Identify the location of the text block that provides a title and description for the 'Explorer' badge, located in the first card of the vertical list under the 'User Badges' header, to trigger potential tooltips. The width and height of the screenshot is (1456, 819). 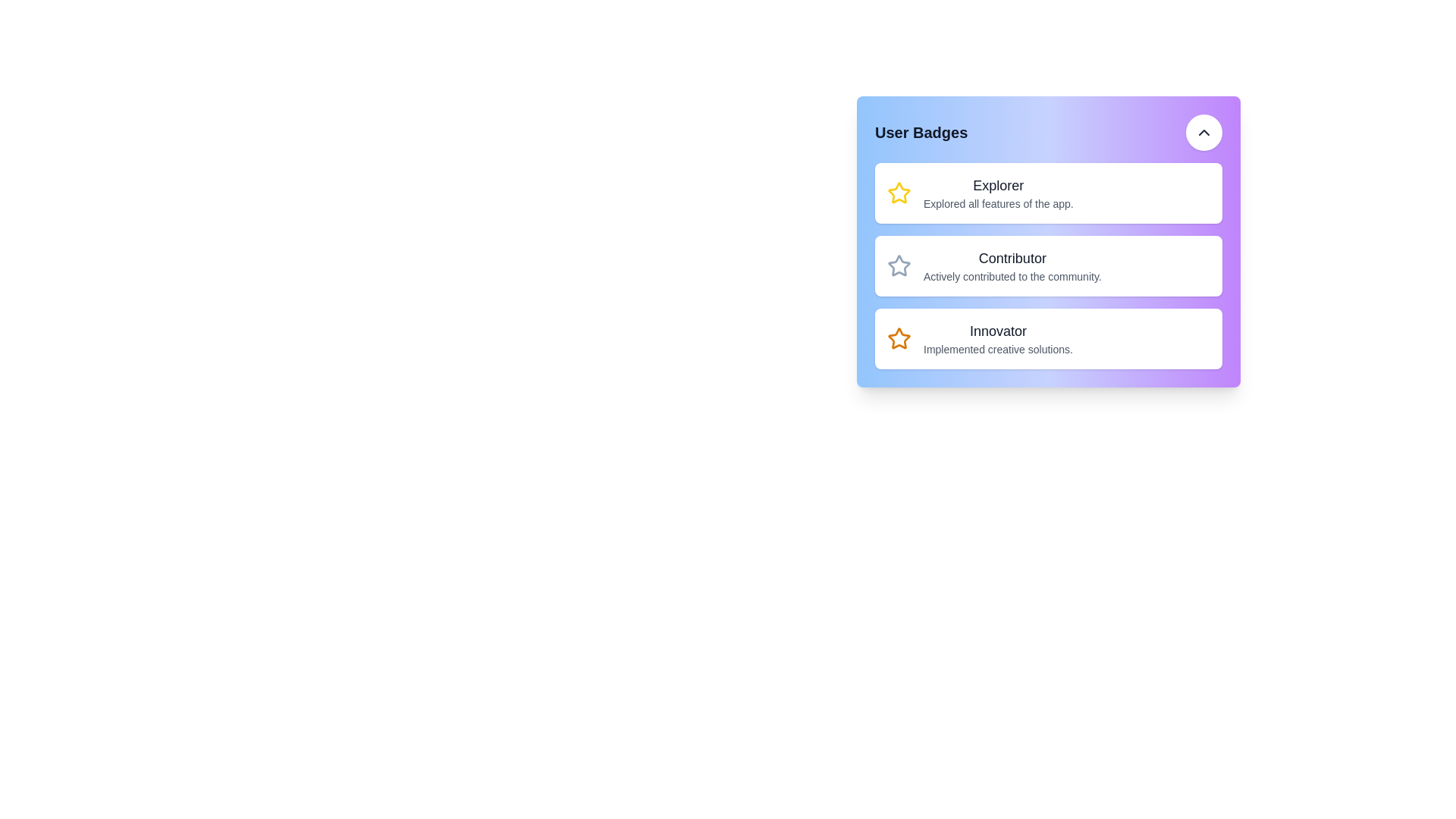
(998, 192).